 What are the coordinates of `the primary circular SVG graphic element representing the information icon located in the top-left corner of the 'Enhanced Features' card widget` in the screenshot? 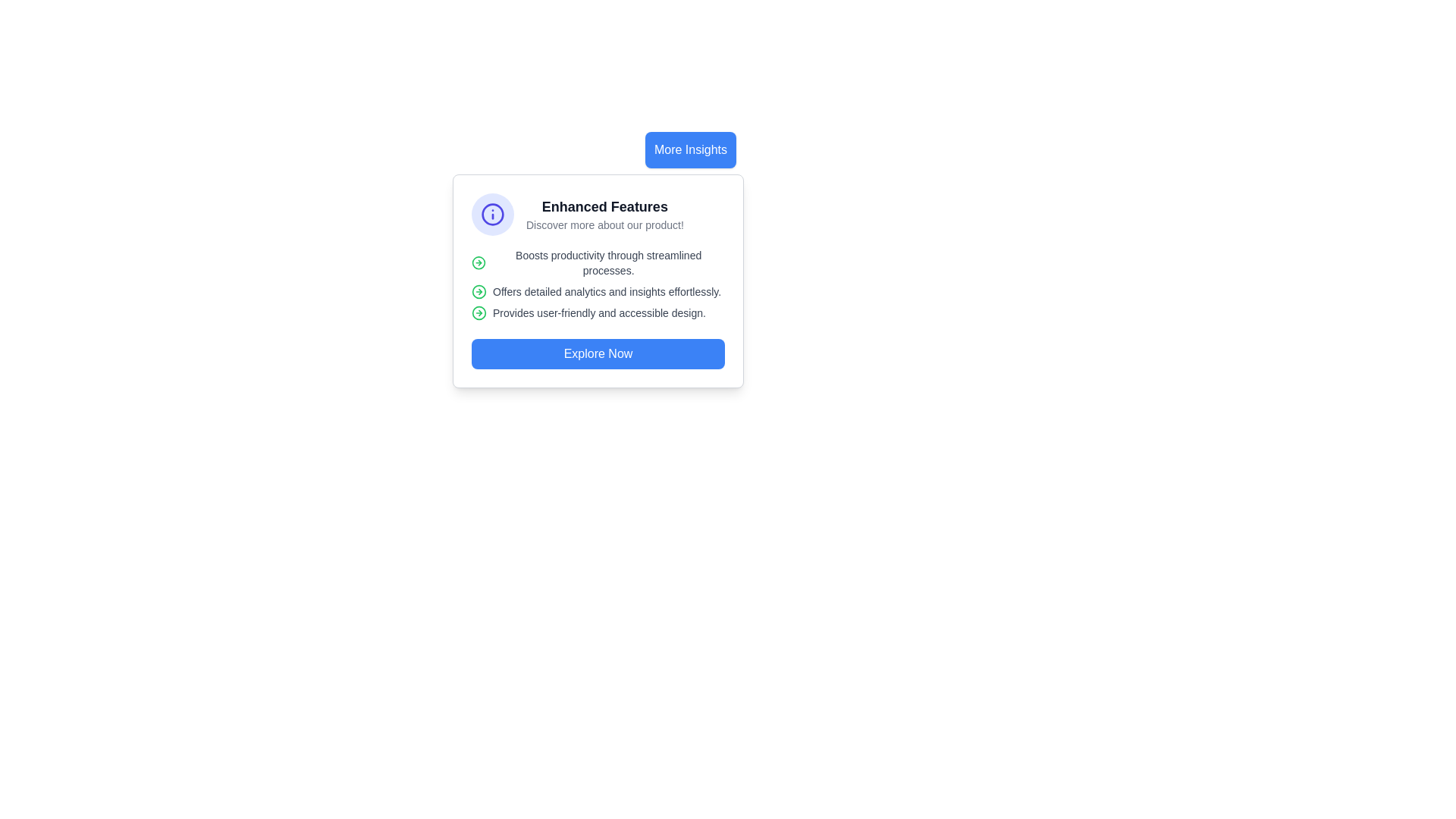 It's located at (492, 214).